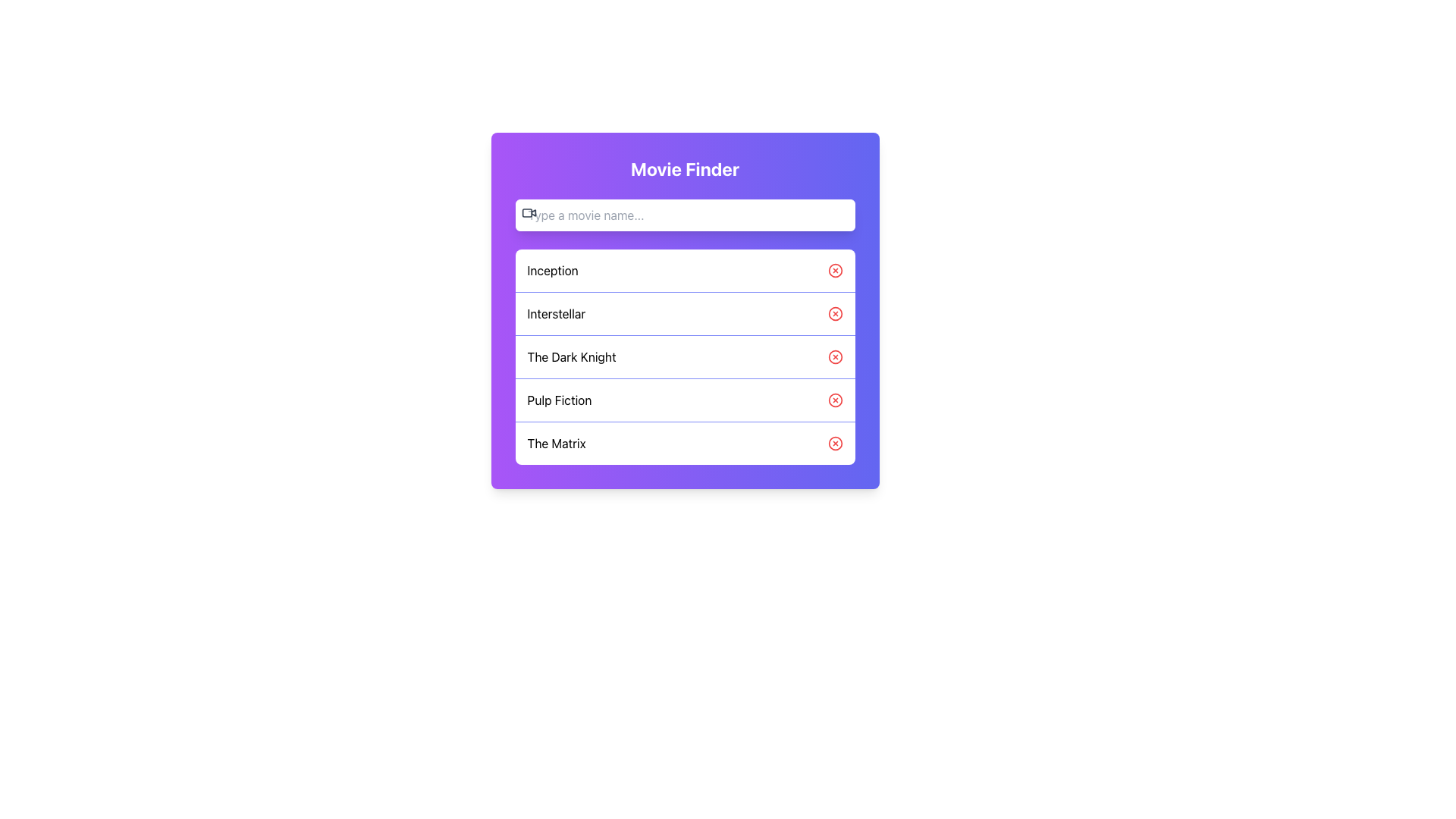 Image resolution: width=1456 pixels, height=819 pixels. I want to click on the first list item representing a selectable movie in the vertical list, so click(684, 270).